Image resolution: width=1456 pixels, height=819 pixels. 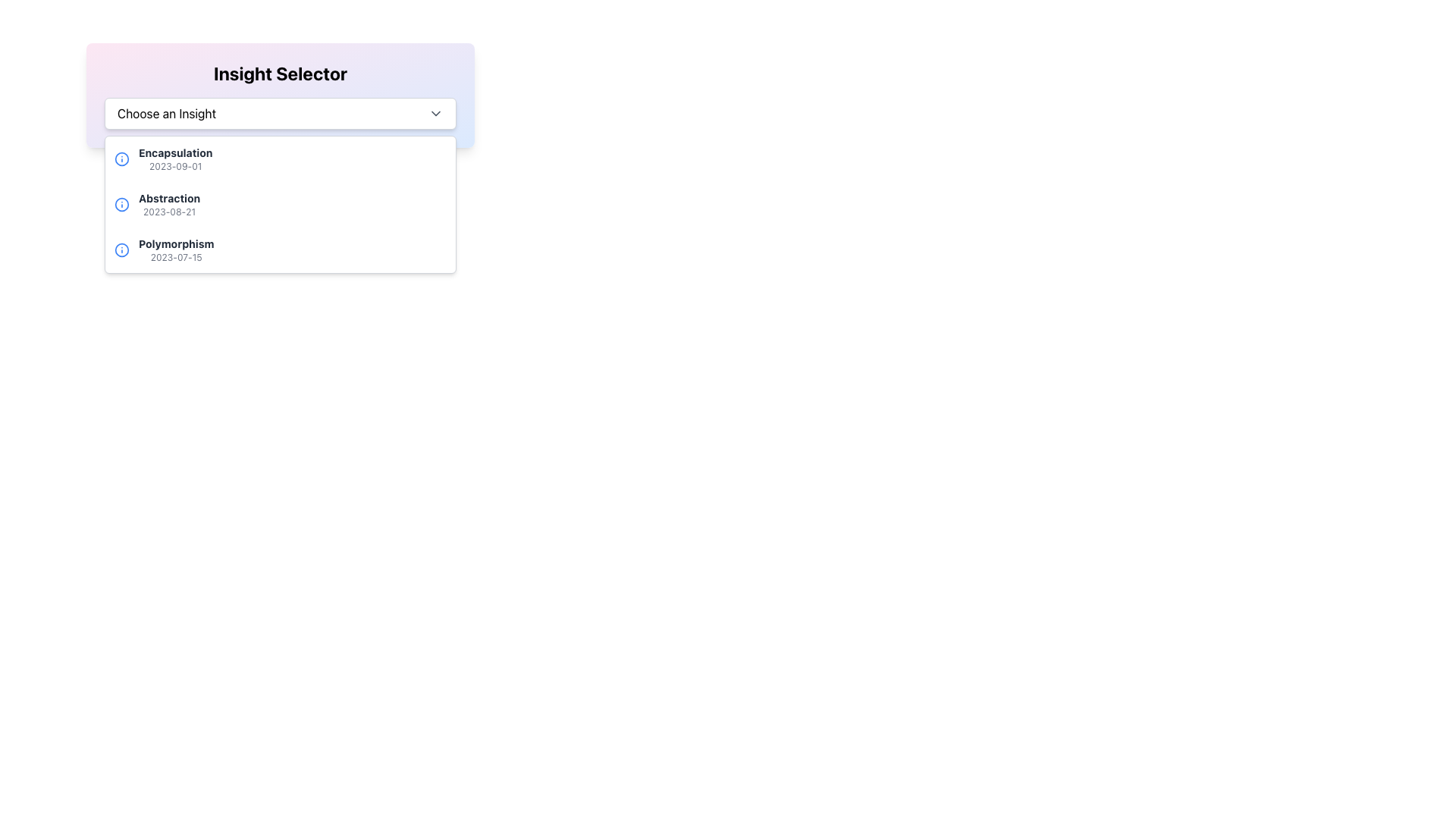 What do you see at coordinates (280, 205) in the screenshot?
I see `the 'Abstraction' menu item, which is the second item in the dropdown list labeled 'Choose an Insight'` at bounding box center [280, 205].